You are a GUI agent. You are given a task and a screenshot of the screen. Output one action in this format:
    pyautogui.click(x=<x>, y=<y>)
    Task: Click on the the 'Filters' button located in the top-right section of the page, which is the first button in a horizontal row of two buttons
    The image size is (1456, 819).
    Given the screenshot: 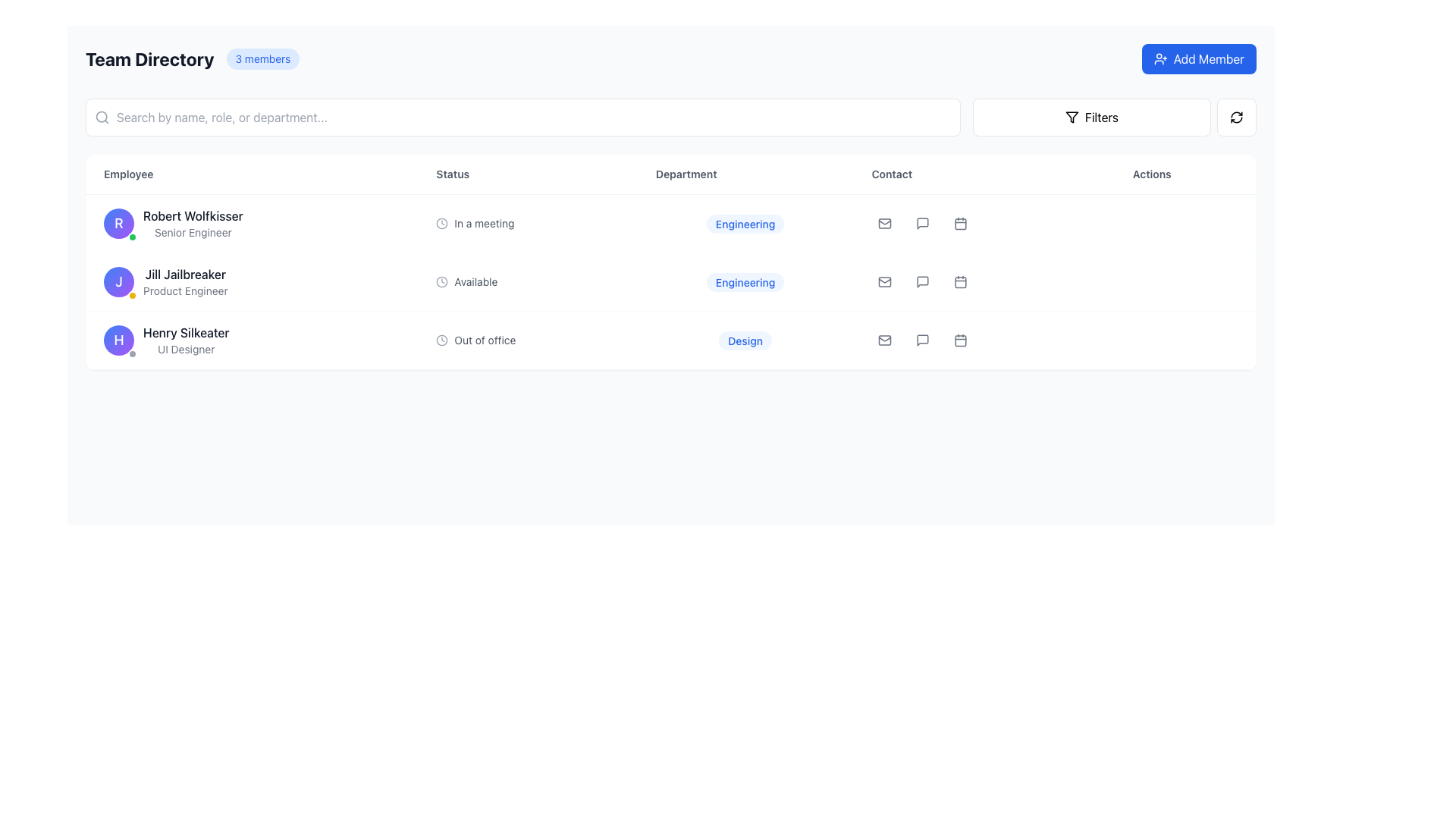 What is the action you would take?
    pyautogui.click(x=1092, y=116)
    